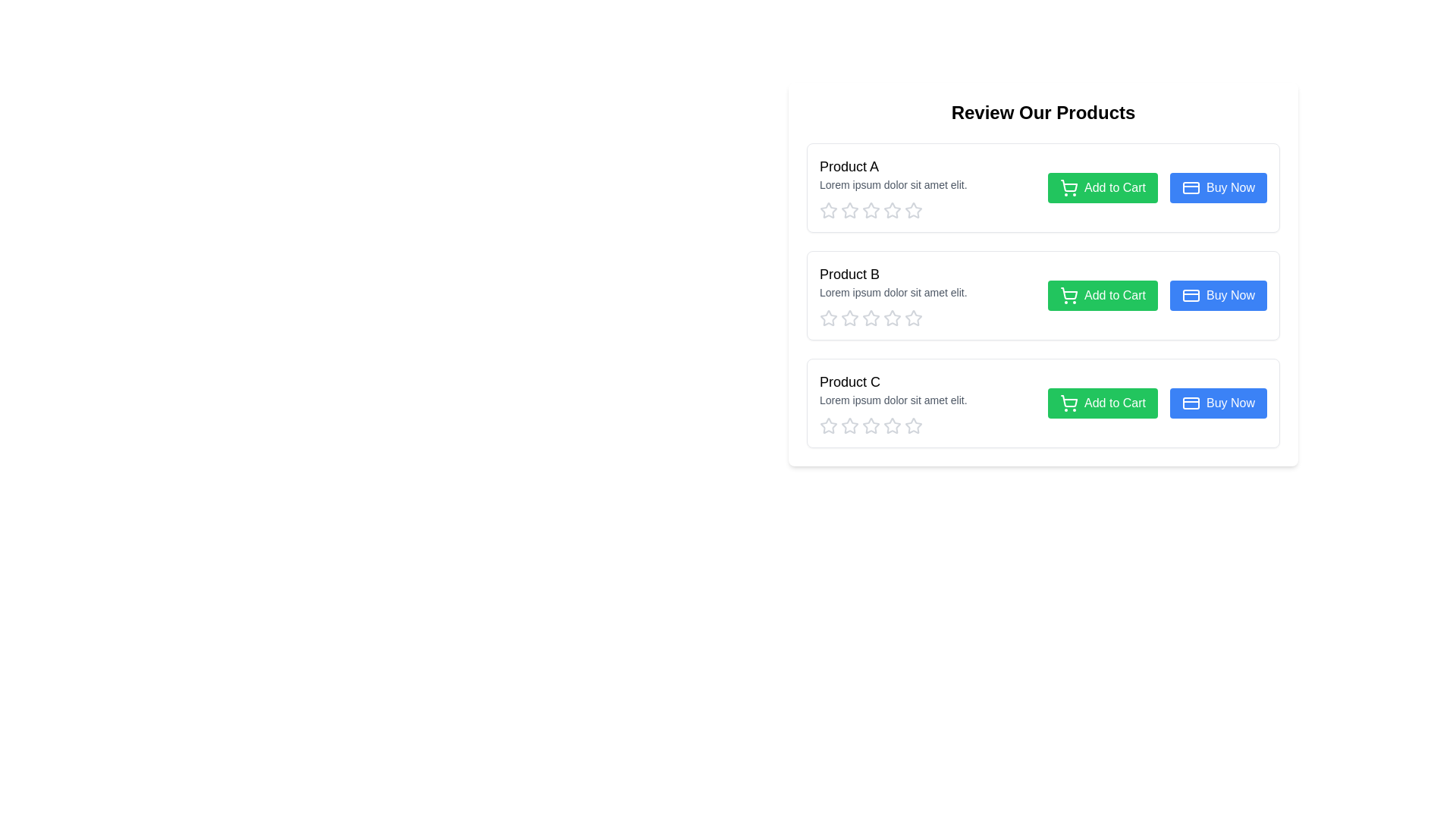  What do you see at coordinates (892, 425) in the screenshot?
I see `the third star in the rating system for 'Product C' to assign a rating` at bounding box center [892, 425].